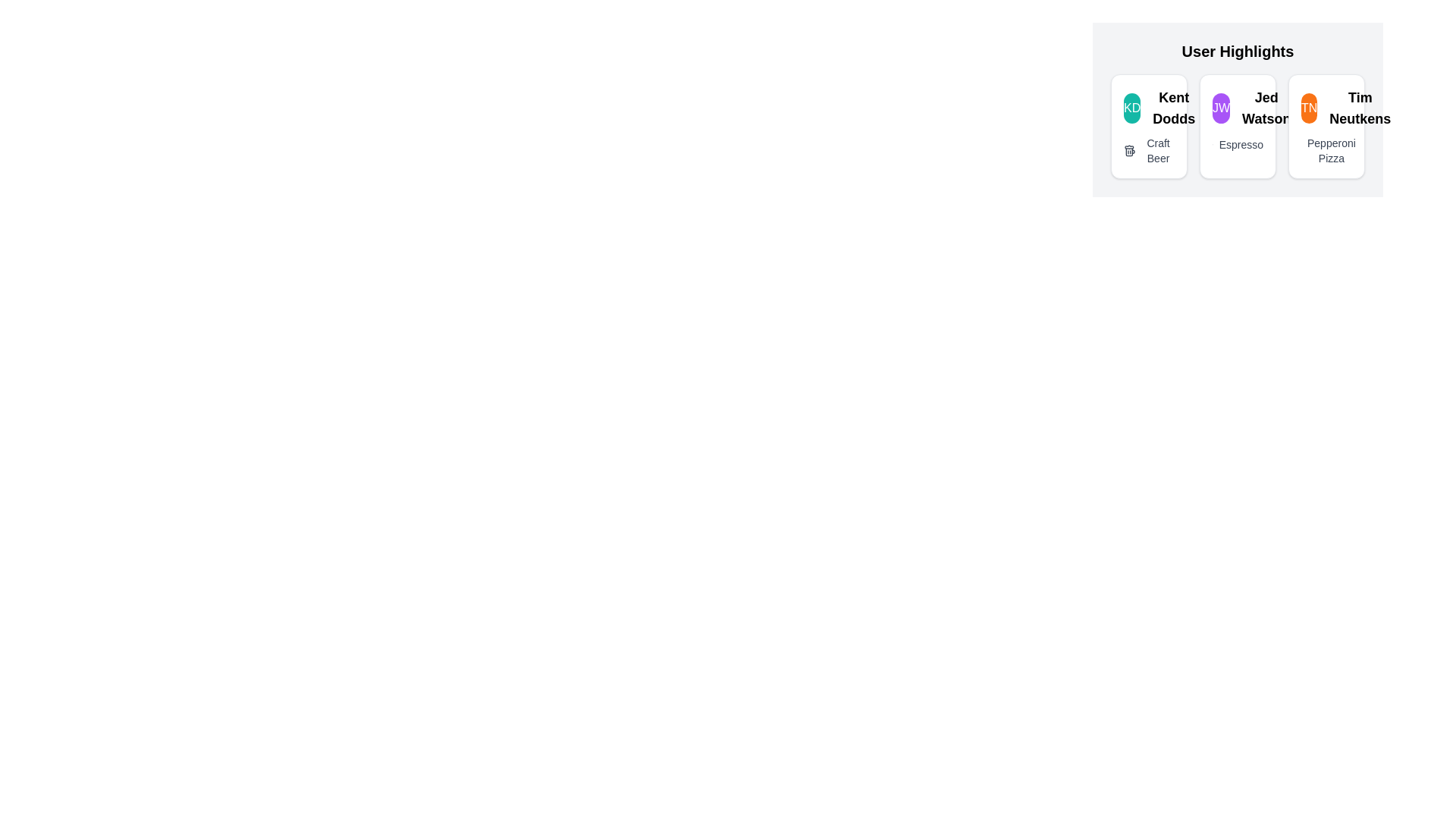 This screenshot has height=819, width=1456. I want to click on the Text component displaying the name 'Kent Dodds', which is positioned to the right of a teal circular avatar marked with 'KD', so click(1173, 107).